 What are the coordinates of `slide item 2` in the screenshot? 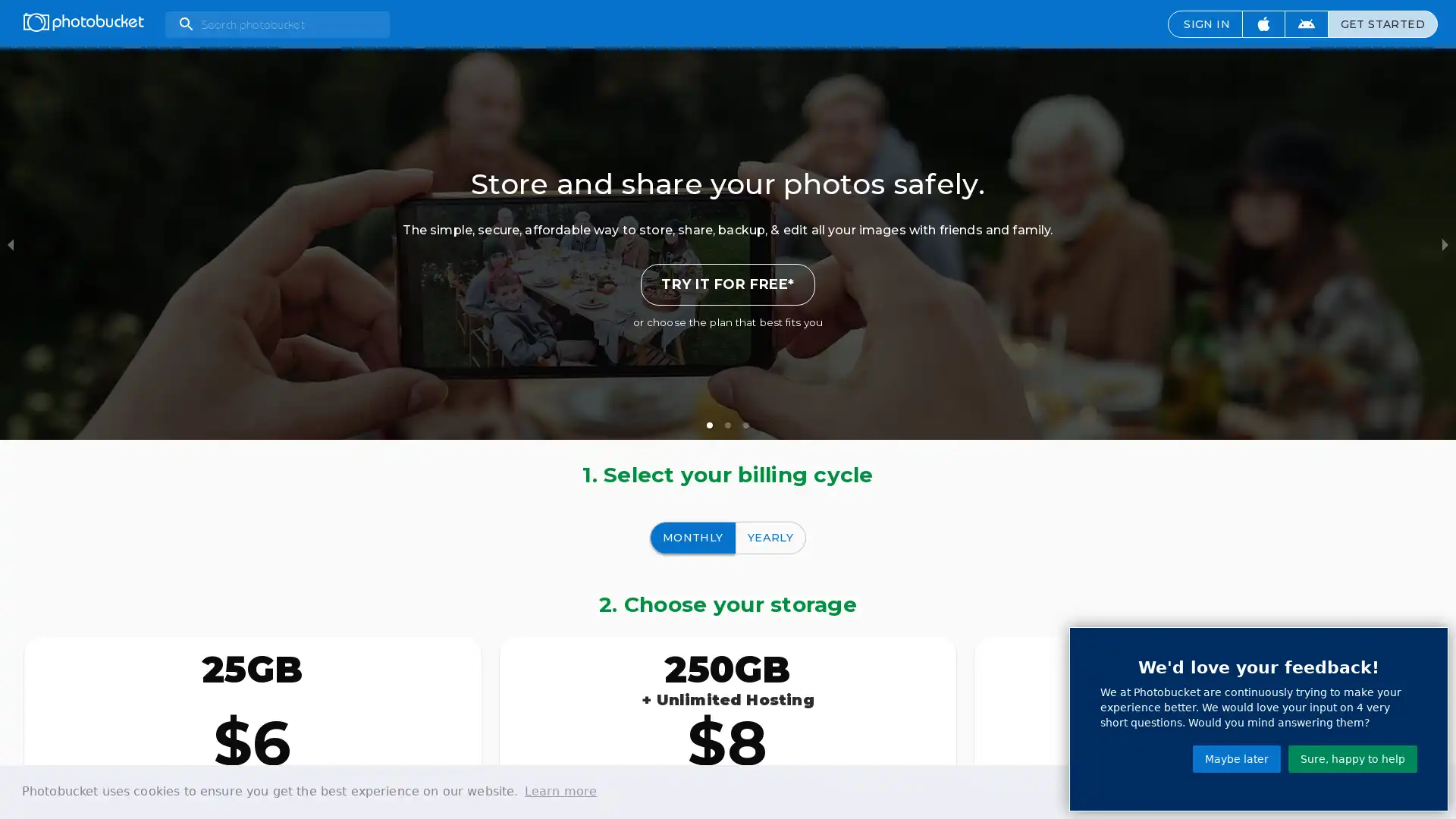 It's located at (728, 424).